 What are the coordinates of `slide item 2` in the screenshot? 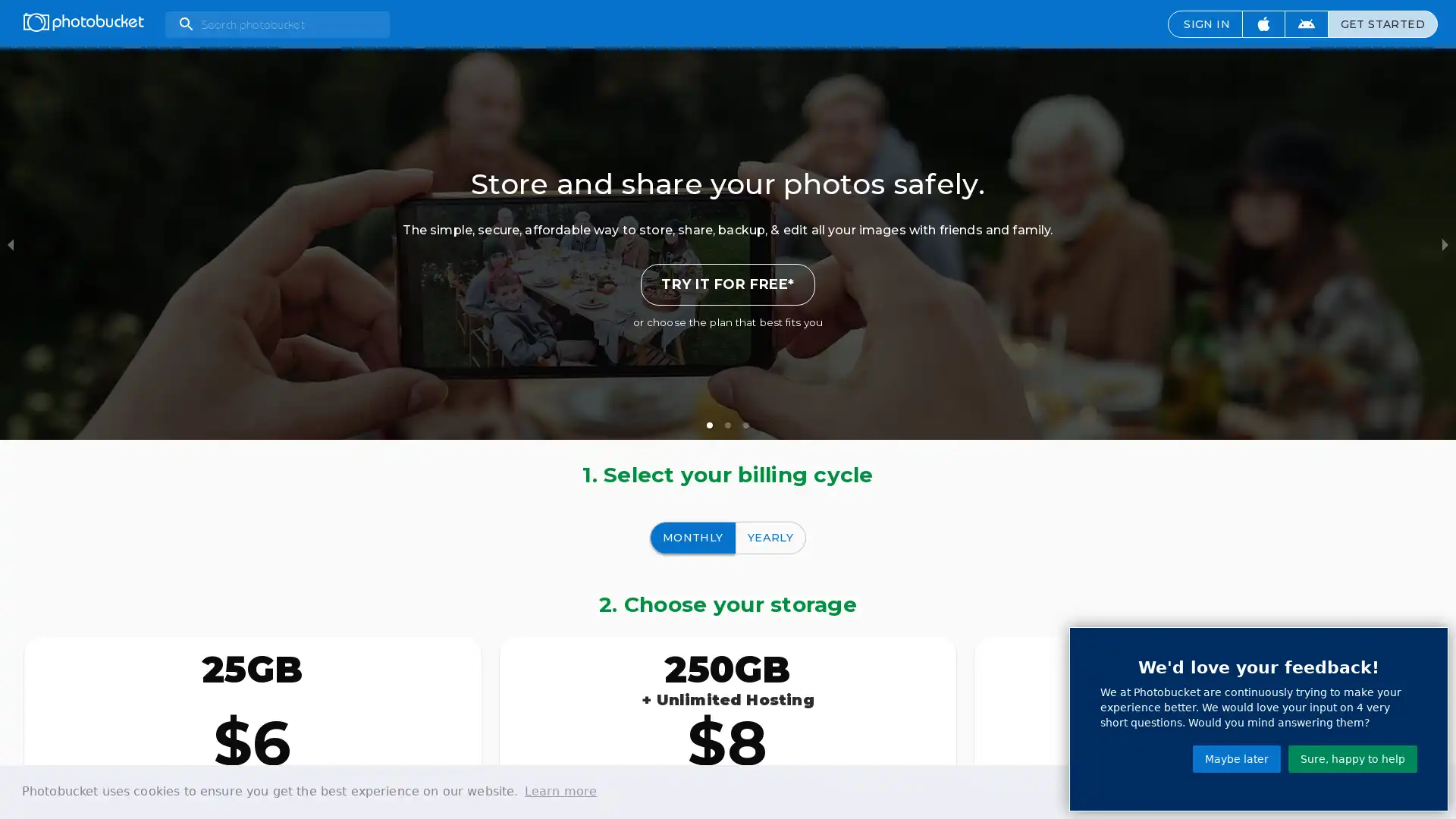 It's located at (728, 424).